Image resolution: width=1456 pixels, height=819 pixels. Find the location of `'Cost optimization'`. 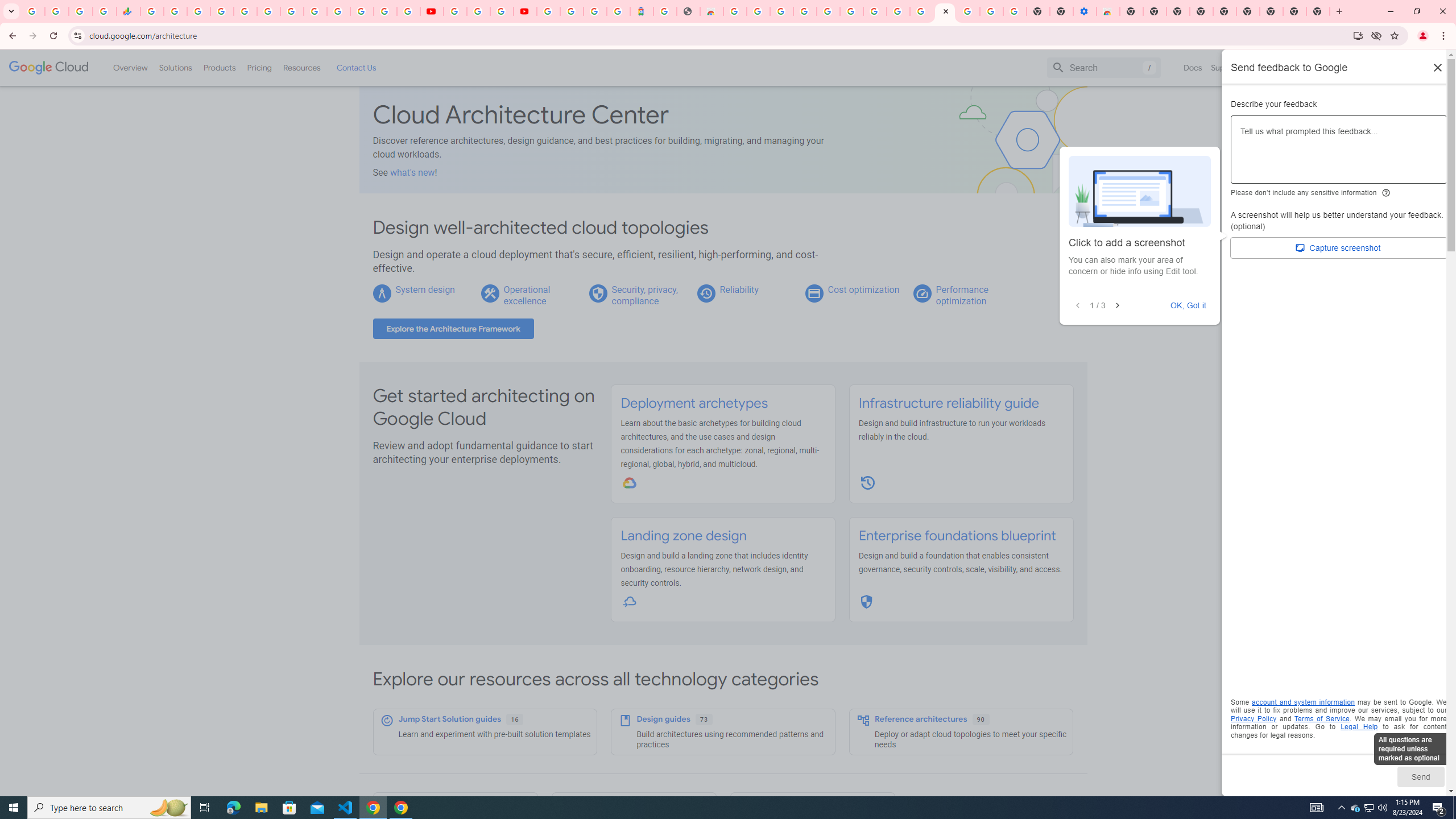

'Cost optimization' is located at coordinates (863, 289).